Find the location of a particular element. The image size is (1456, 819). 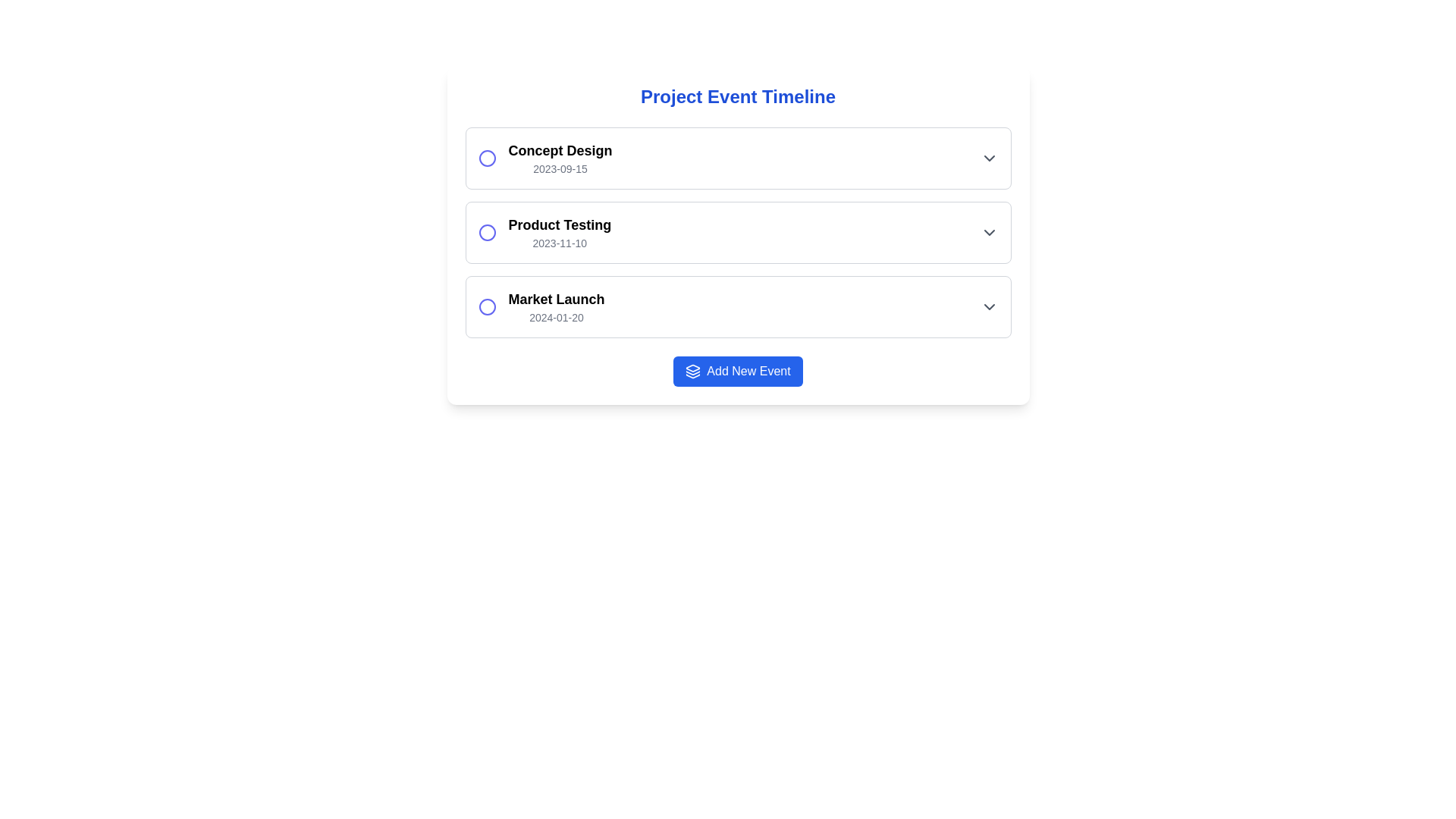

the dropdown trigger icon located on the far right of the 'Market Launch - 2024-01-20' entry is located at coordinates (989, 307).